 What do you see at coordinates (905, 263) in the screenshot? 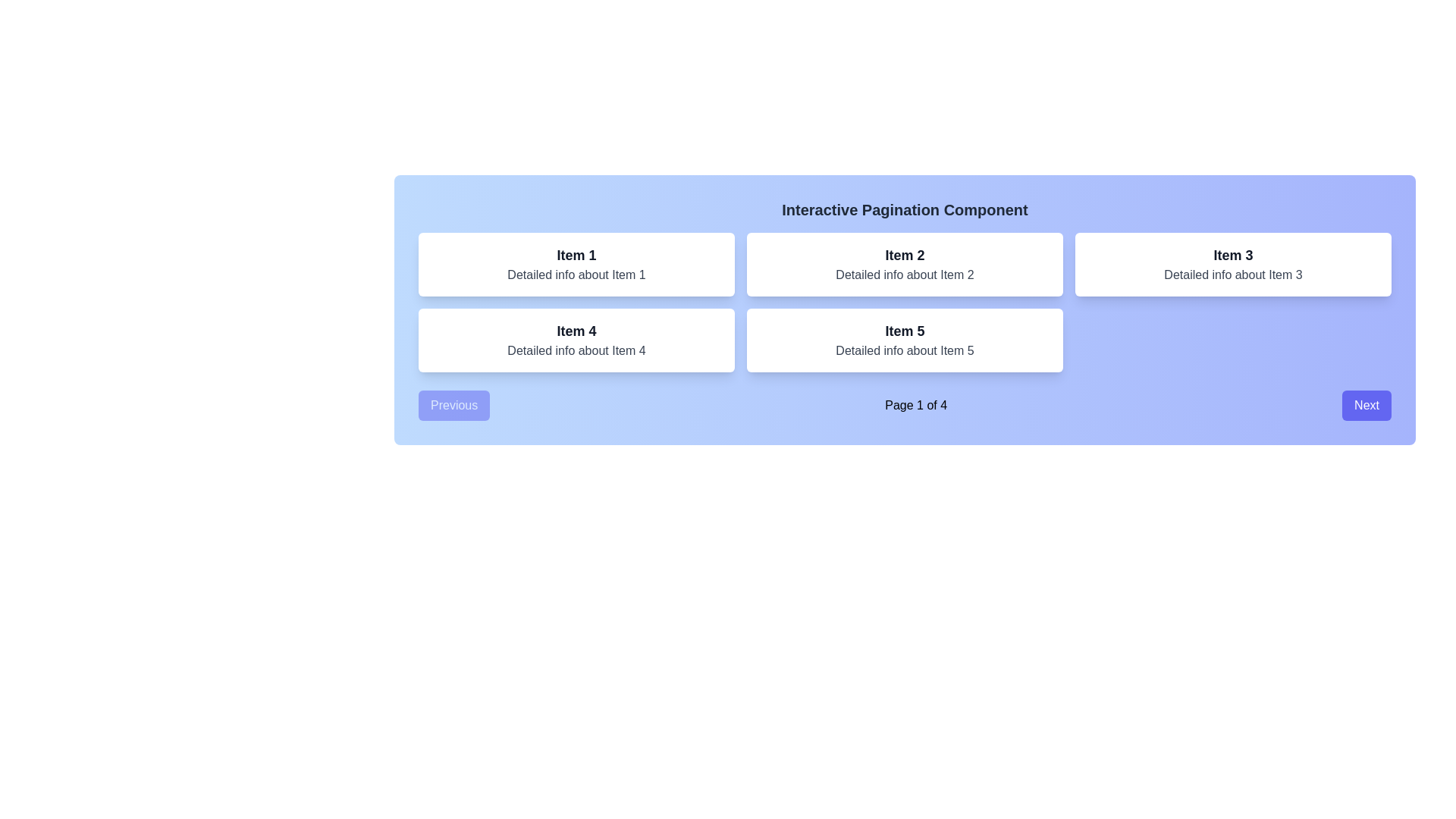
I see `the informational card displaying details about 'Item 2', which is located in the second column of the first row between 'Item 1' and 'Item 3'` at bounding box center [905, 263].